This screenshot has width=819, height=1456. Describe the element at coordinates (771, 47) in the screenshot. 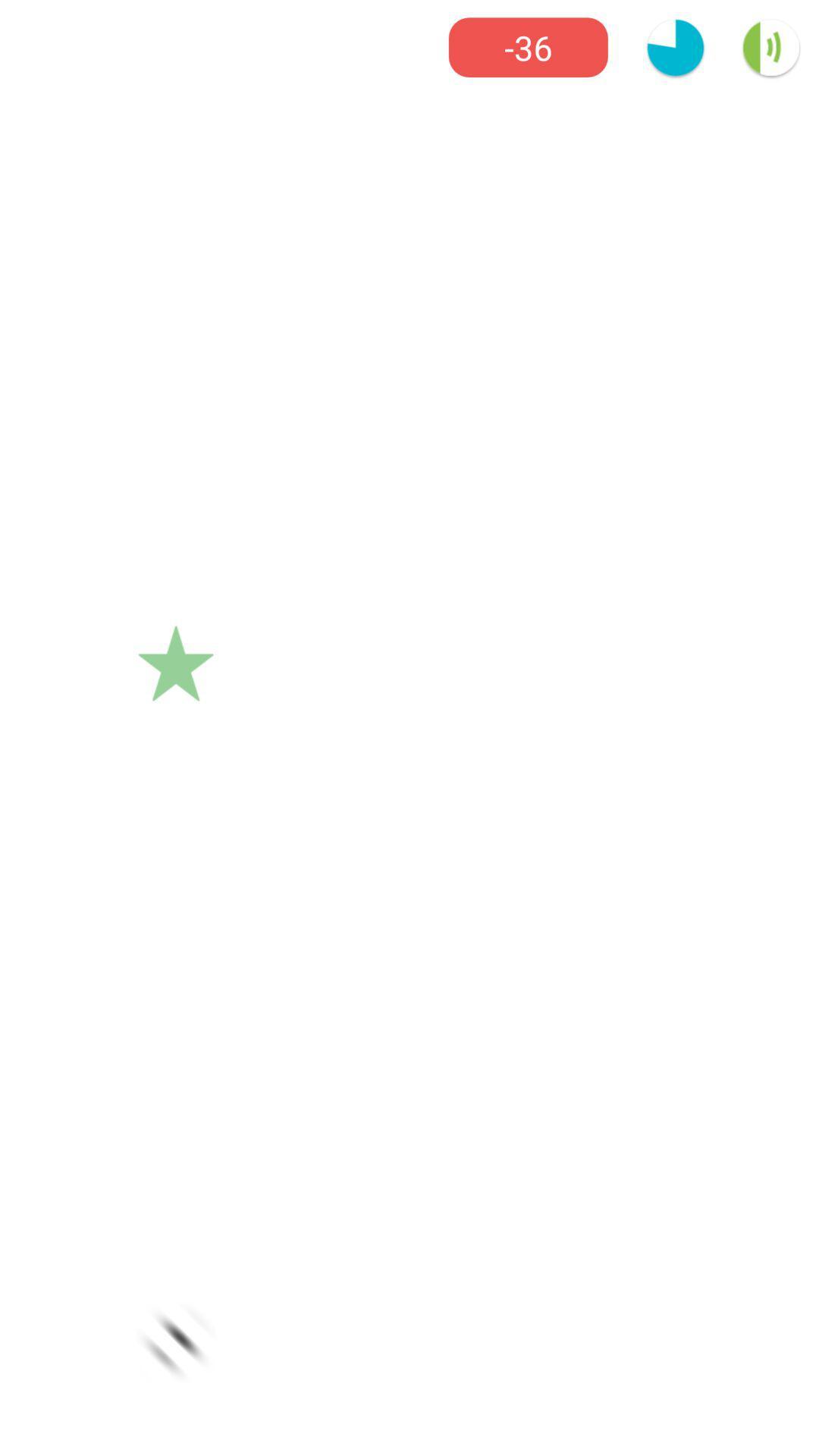

I see `the volume icon` at that location.